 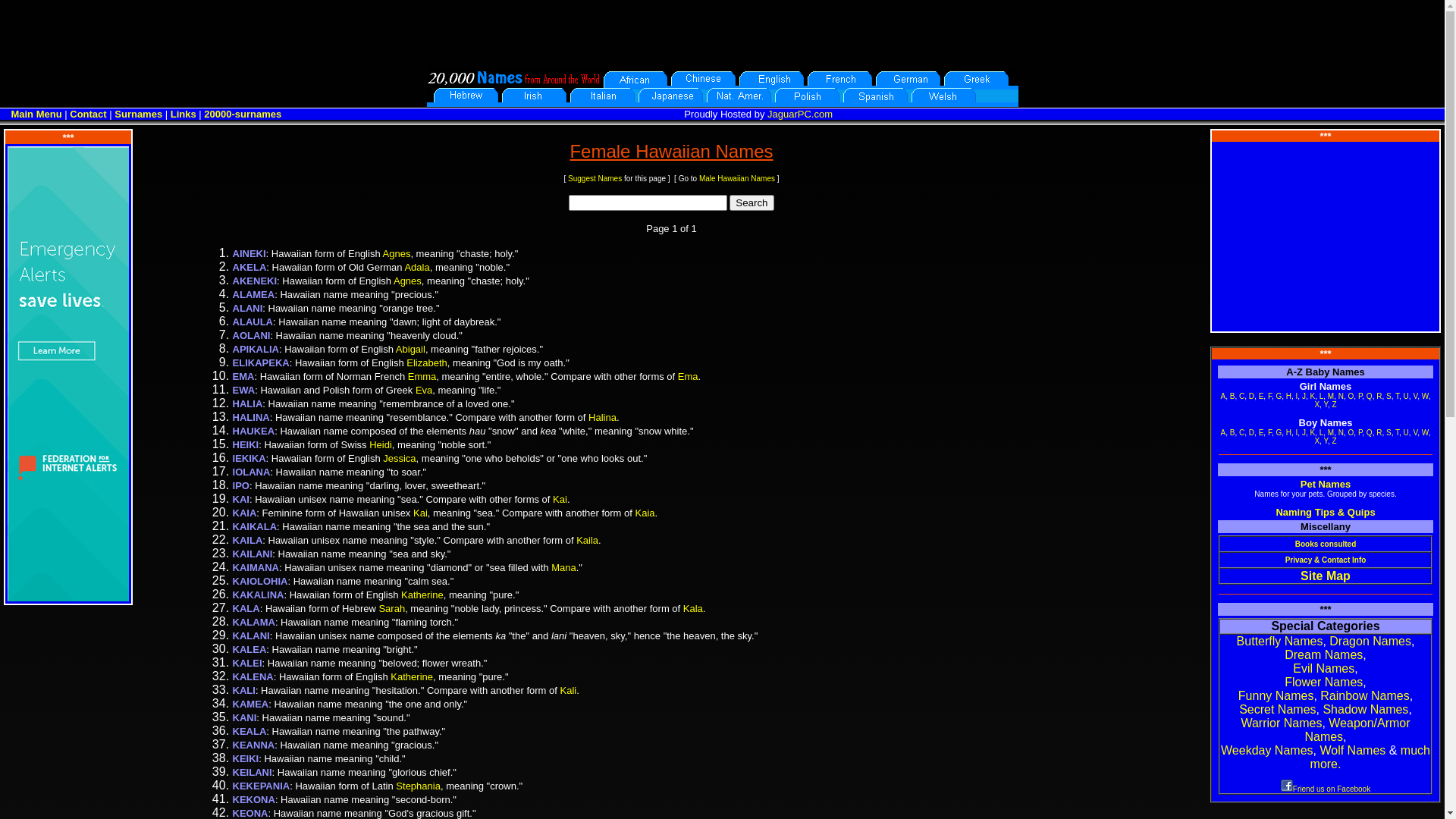 What do you see at coordinates (1396, 395) in the screenshot?
I see `'T'` at bounding box center [1396, 395].